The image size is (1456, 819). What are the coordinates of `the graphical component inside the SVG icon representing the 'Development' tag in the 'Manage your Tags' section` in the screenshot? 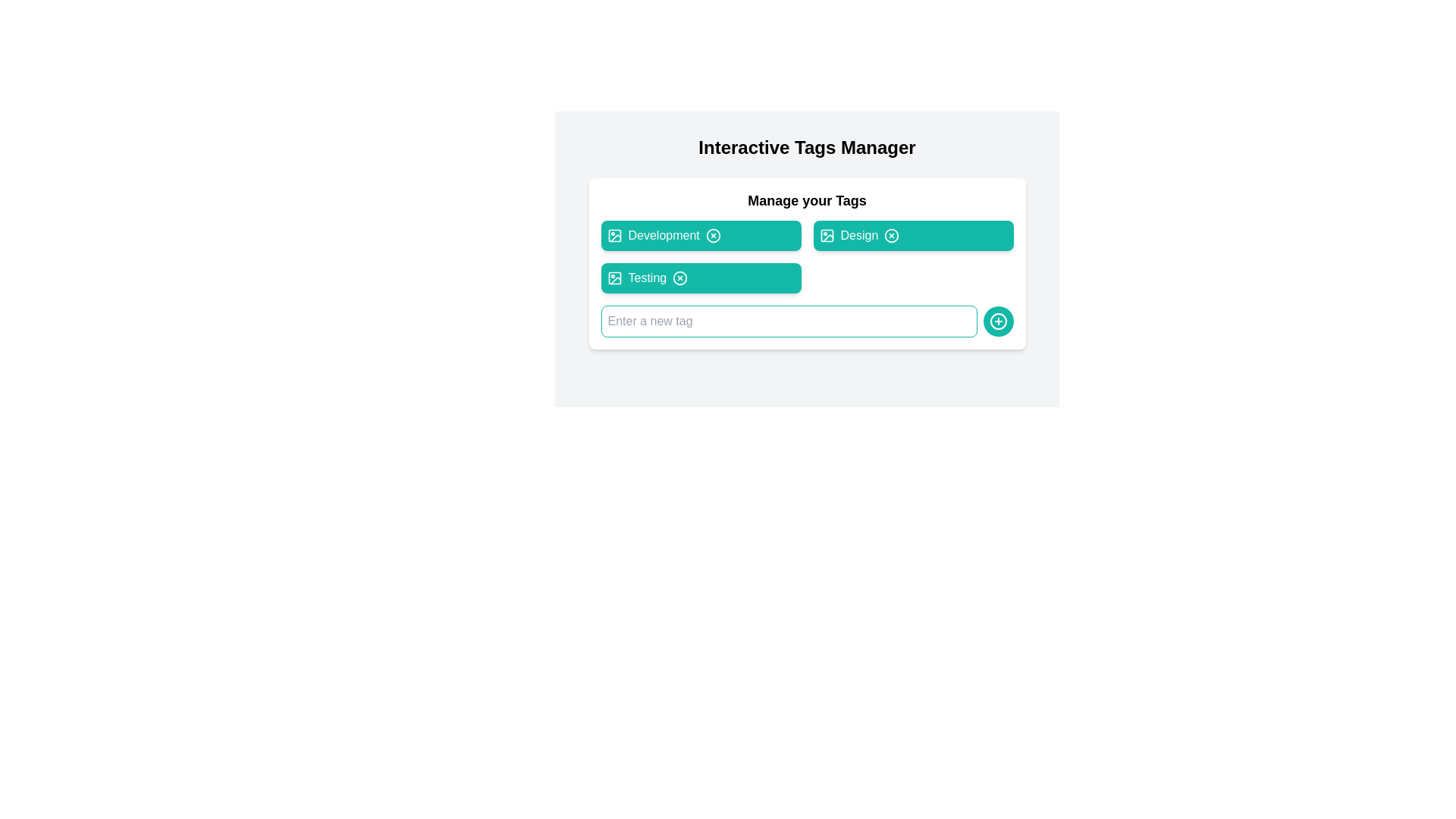 It's located at (614, 236).